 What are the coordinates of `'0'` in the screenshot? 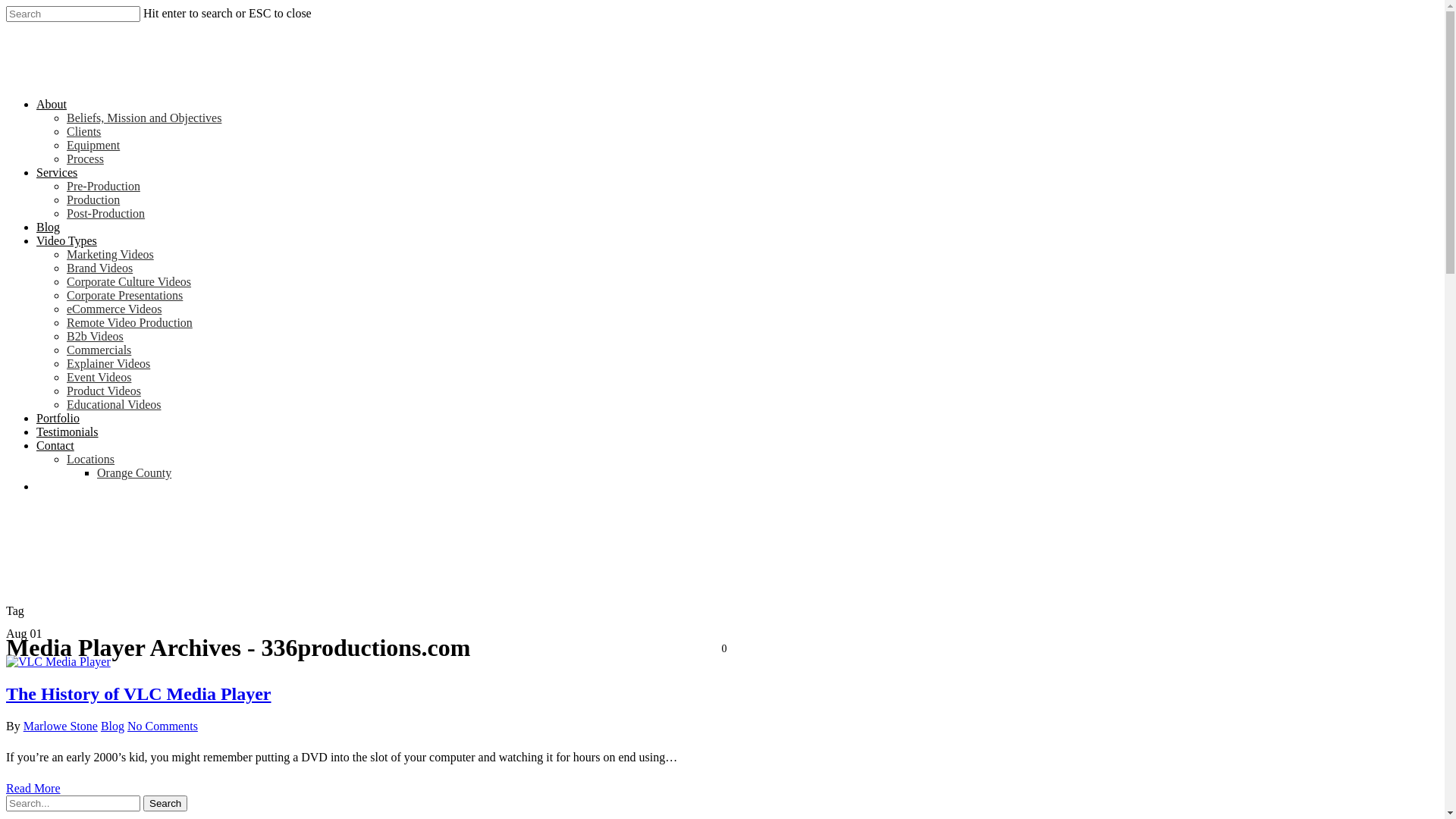 It's located at (720, 648).